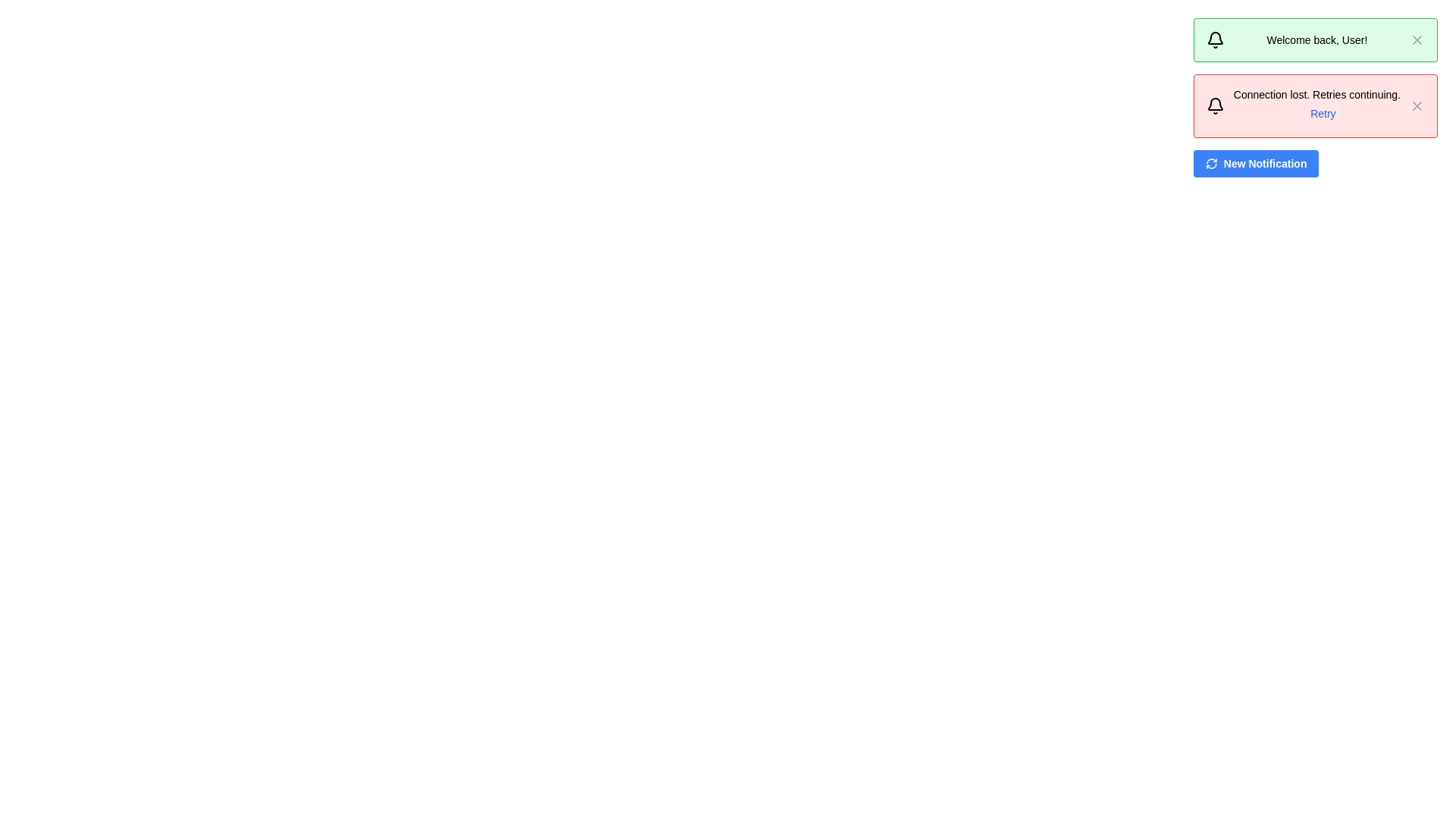 The height and width of the screenshot is (819, 1456). I want to click on the bell icon located at the top-left corner of the green-bordered box containing the text 'Welcome back, User!', so click(1215, 39).